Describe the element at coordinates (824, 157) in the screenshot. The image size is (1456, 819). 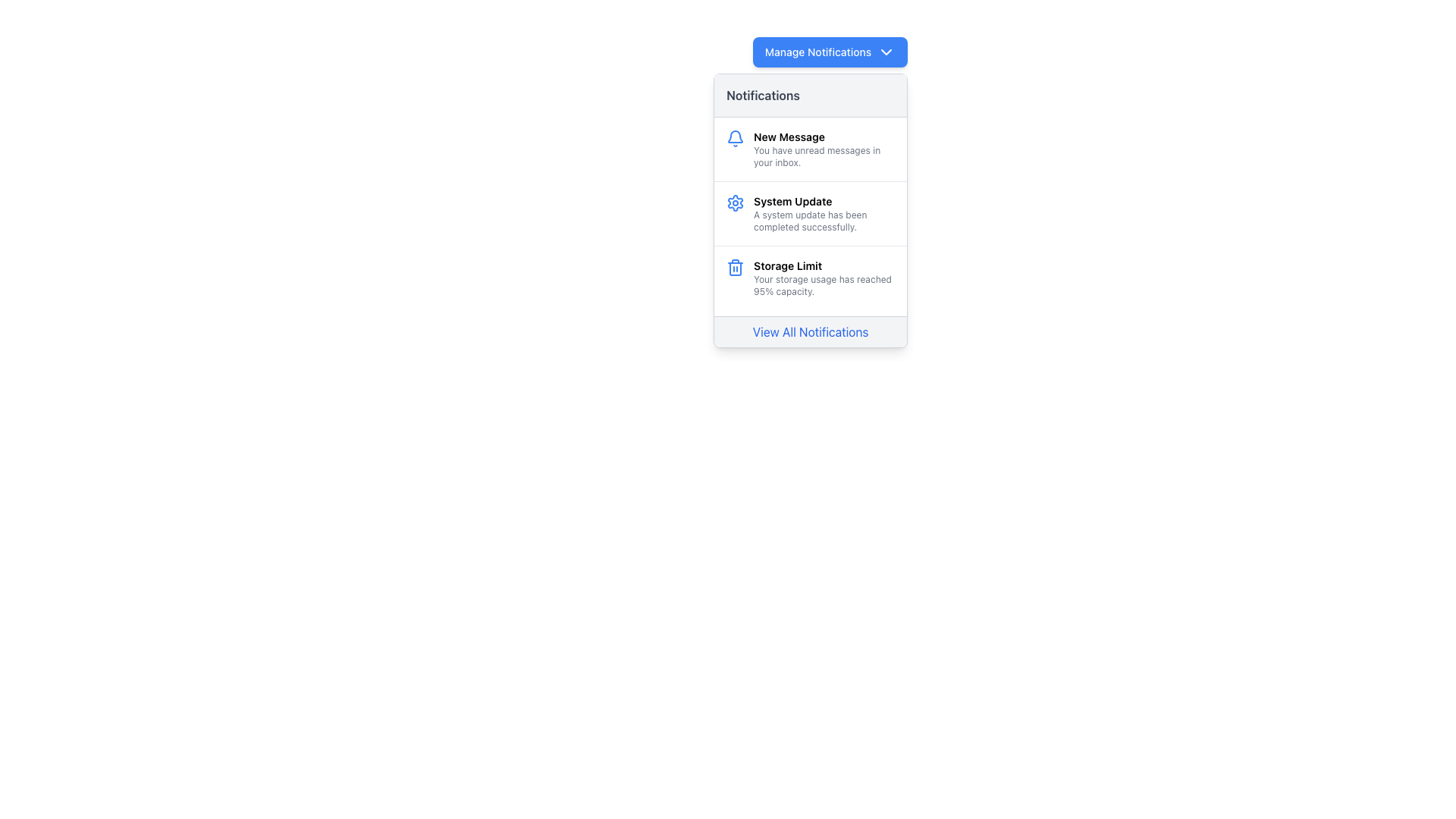
I see `text content of the gray text label displaying 'You have unread messages in your inbox', which is located below the 'New Message' text in the notification card` at that location.